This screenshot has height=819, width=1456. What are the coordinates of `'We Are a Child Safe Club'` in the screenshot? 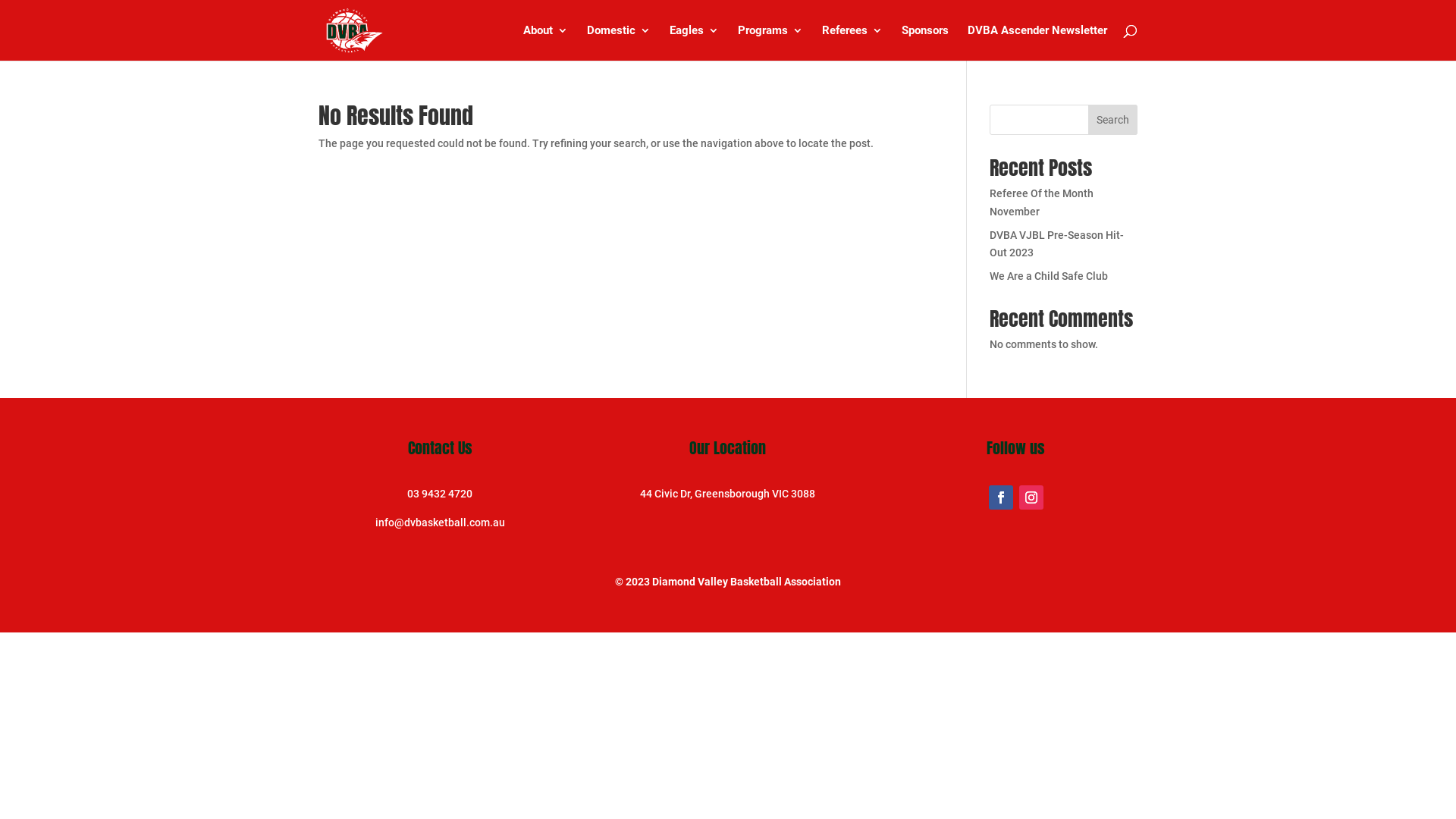 It's located at (1047, 275).